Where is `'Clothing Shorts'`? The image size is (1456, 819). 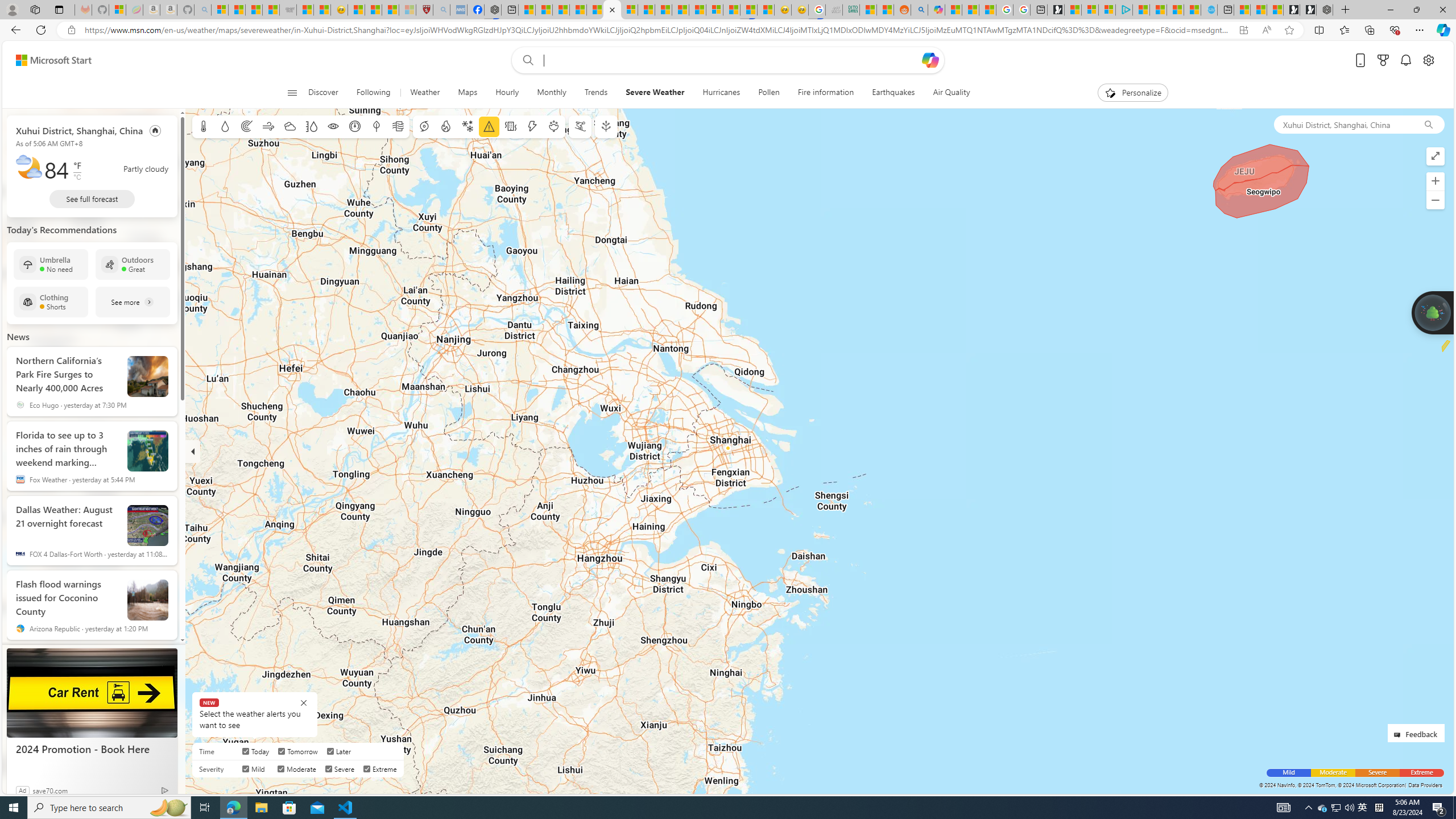 'Clothing Shorts' is located at coordinates (51, 302).